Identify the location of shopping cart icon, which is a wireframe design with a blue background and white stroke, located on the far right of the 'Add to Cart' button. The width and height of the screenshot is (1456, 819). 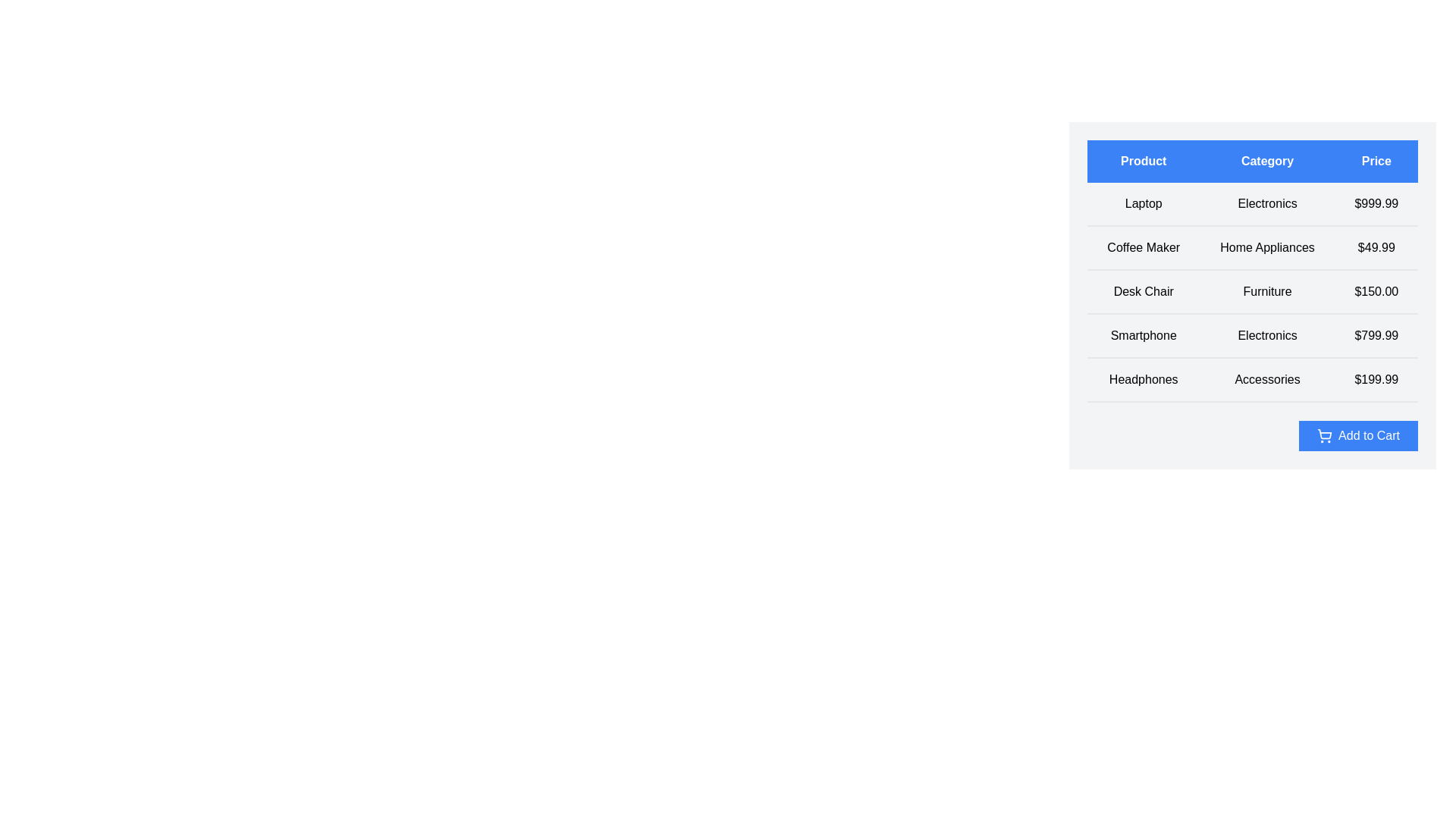
(1324, 435).